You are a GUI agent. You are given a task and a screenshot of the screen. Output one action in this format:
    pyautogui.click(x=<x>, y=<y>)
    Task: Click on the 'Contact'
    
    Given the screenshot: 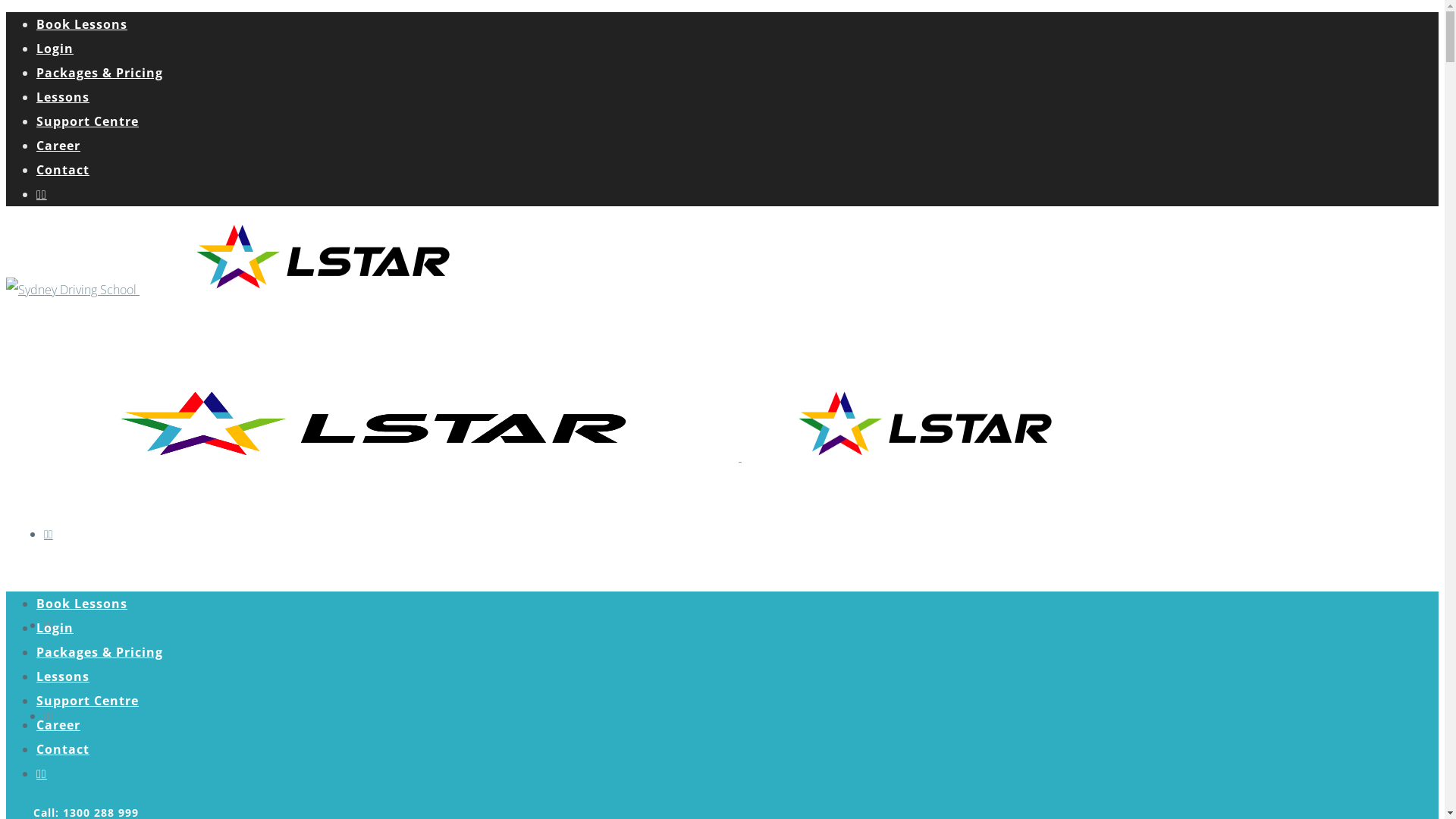 What is the action you would take?
    pyautogui.click(x=61, y=748)
    